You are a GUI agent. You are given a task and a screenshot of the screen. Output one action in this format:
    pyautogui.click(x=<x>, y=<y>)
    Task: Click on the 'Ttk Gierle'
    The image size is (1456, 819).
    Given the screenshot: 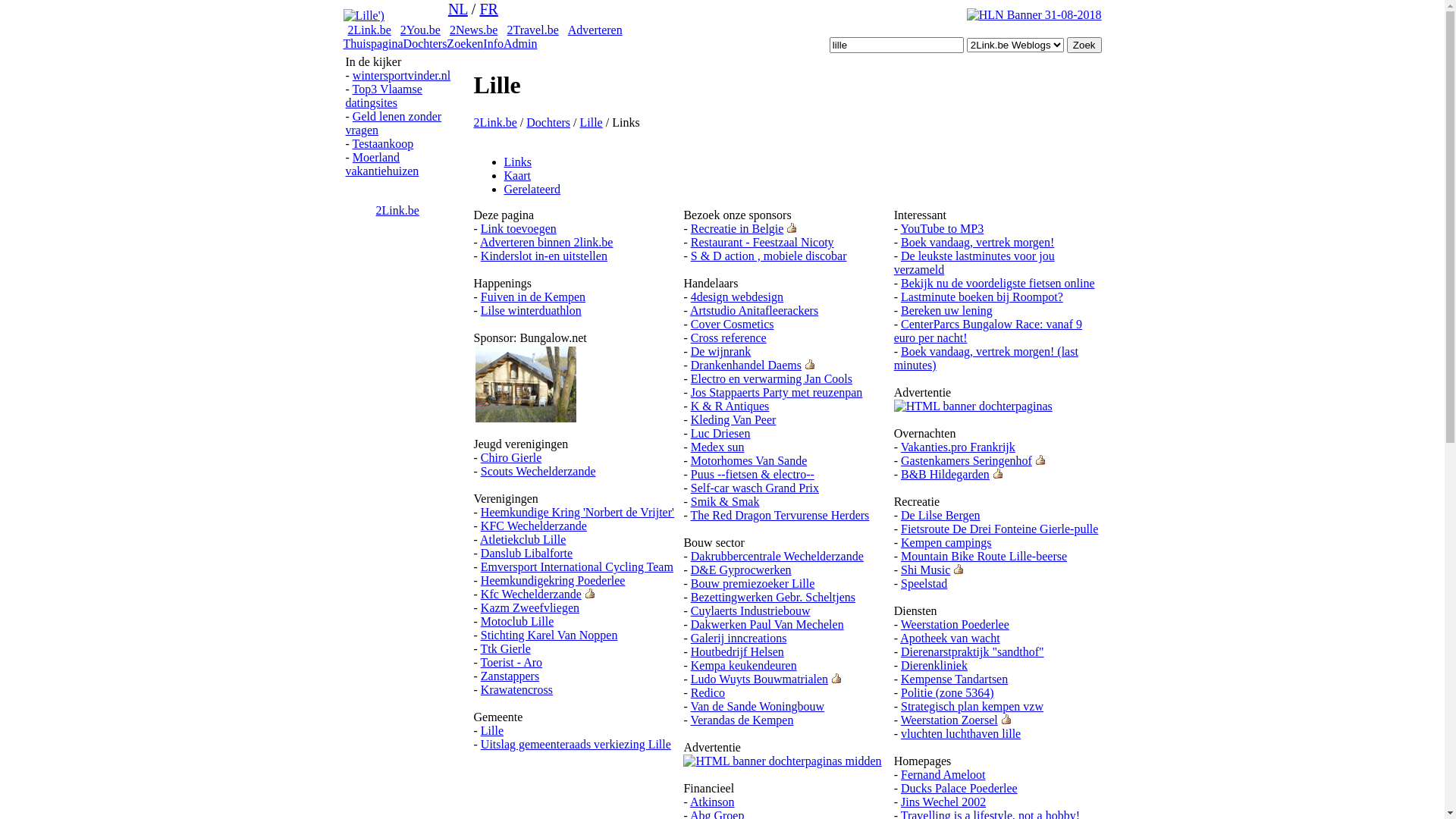 What is the action you would take?
    pyautogui.click(x=506, y=648)
    